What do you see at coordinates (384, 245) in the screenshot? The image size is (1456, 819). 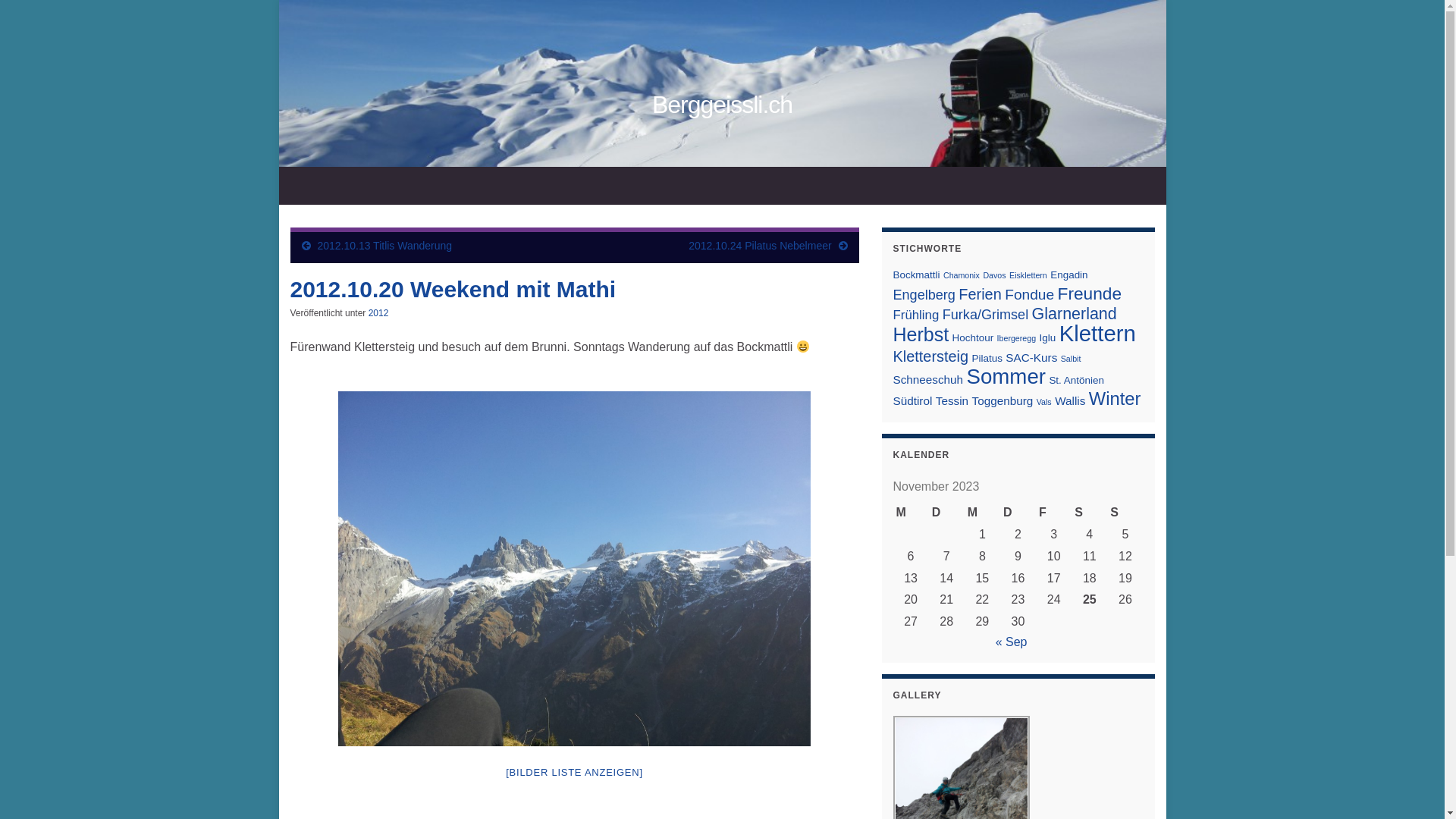 I see `'2012.10.13 Titlis Wanderung'` at bounding box center [384, 245].